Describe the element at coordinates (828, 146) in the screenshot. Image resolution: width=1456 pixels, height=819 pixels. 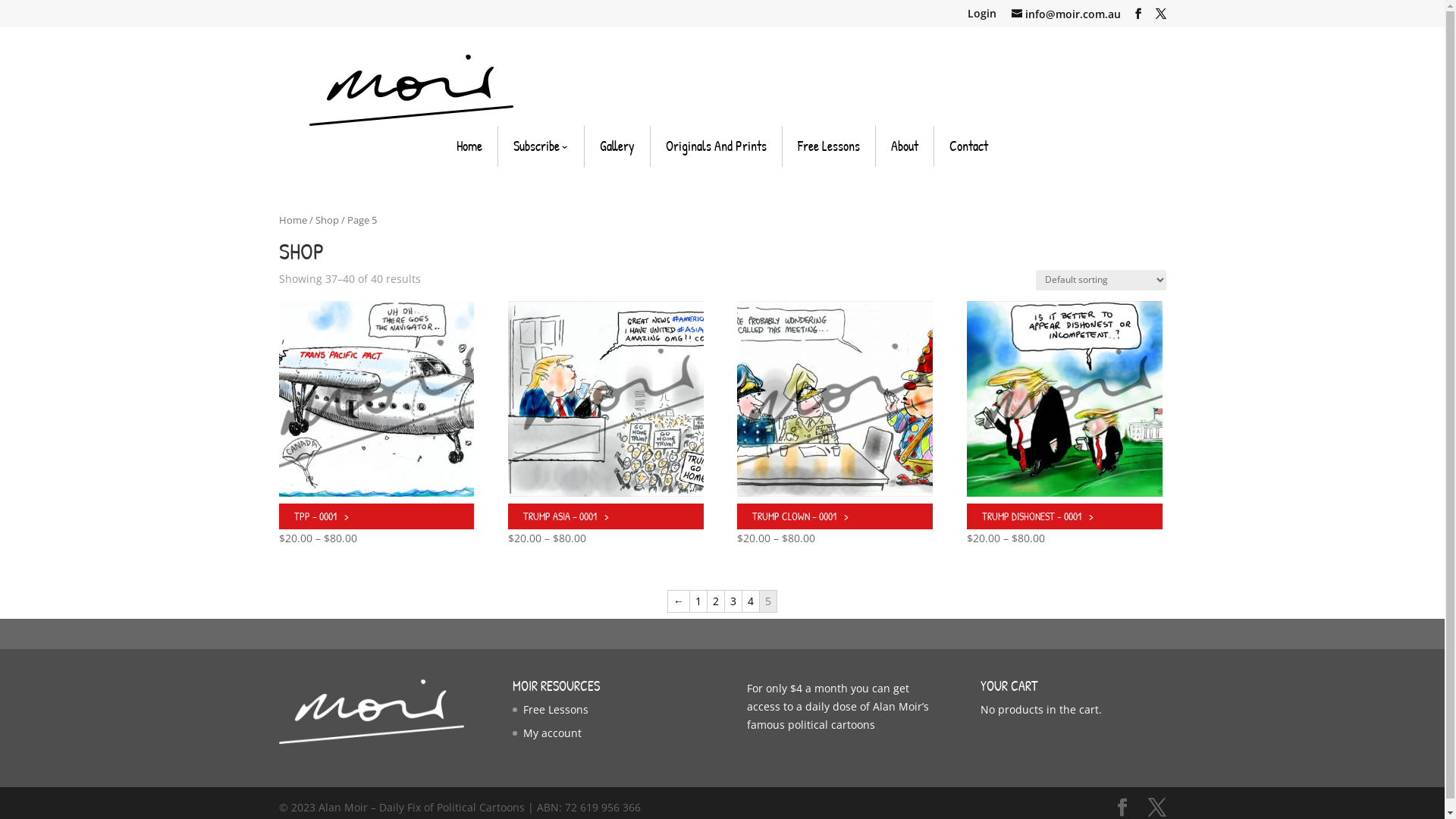
I see `'Free Lessons'` at that location.